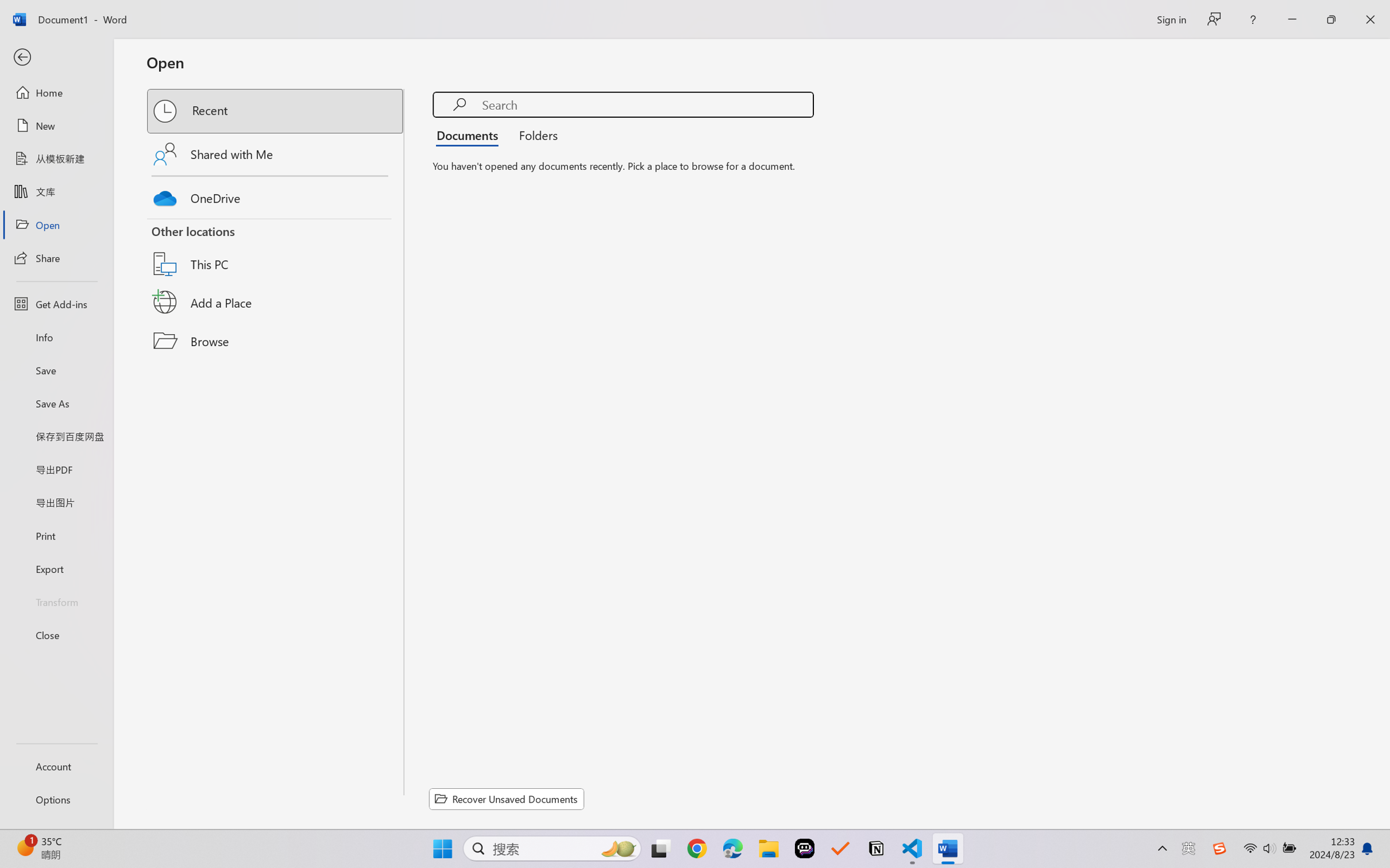 Image resolution: width=1390 pixels, height=868 pixels. Describe the element at coordinates (276, 110) in the screenshot. I see `'Recent'` at that location.